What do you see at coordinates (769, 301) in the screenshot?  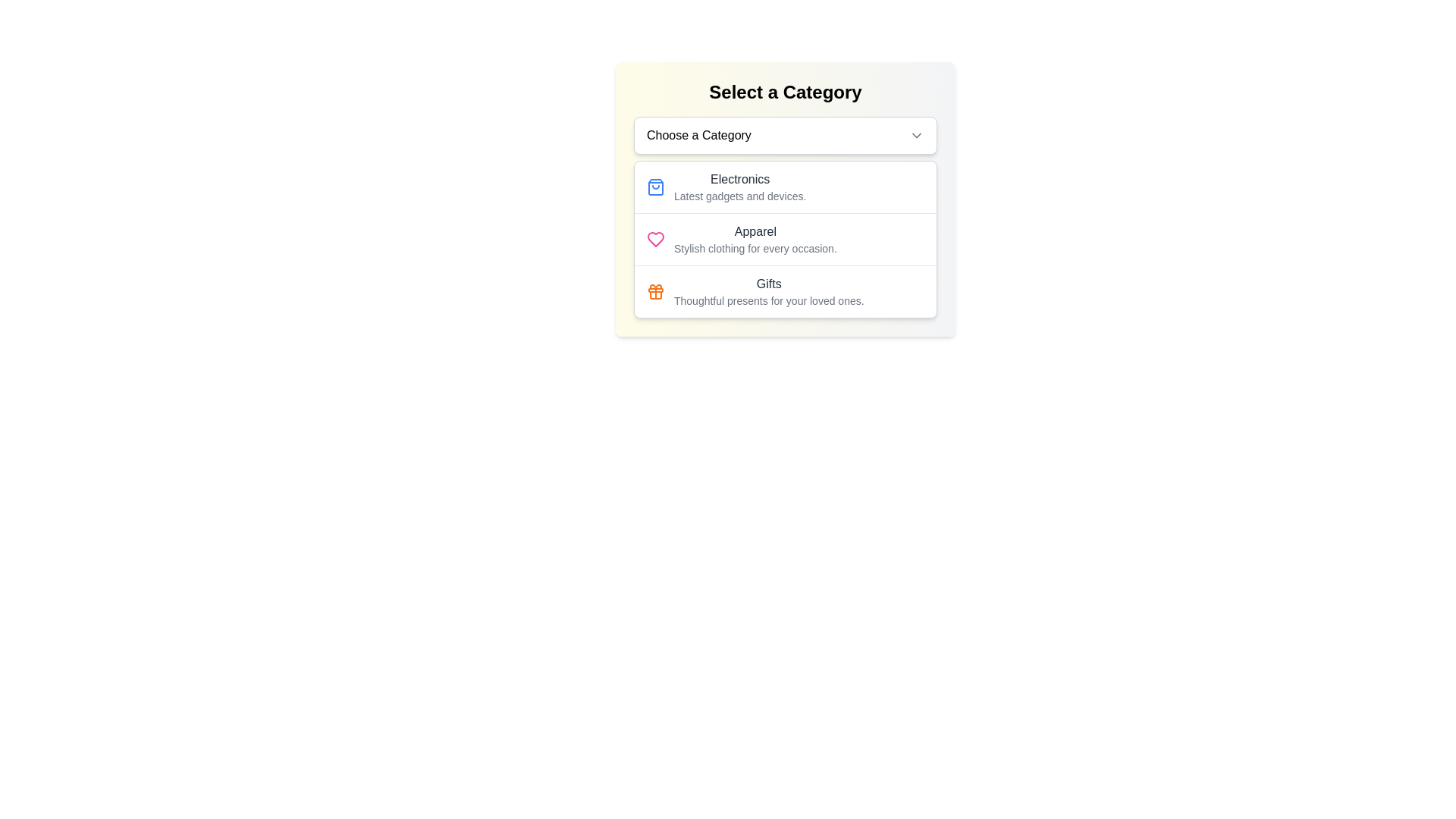 I see `the text element that reads 'Thoughtful presents for your loved ones.' which is styled in gray and located below the 'Gifts' title in the 'Select a Category' dropdown menu` at bounding box center [769, 301].